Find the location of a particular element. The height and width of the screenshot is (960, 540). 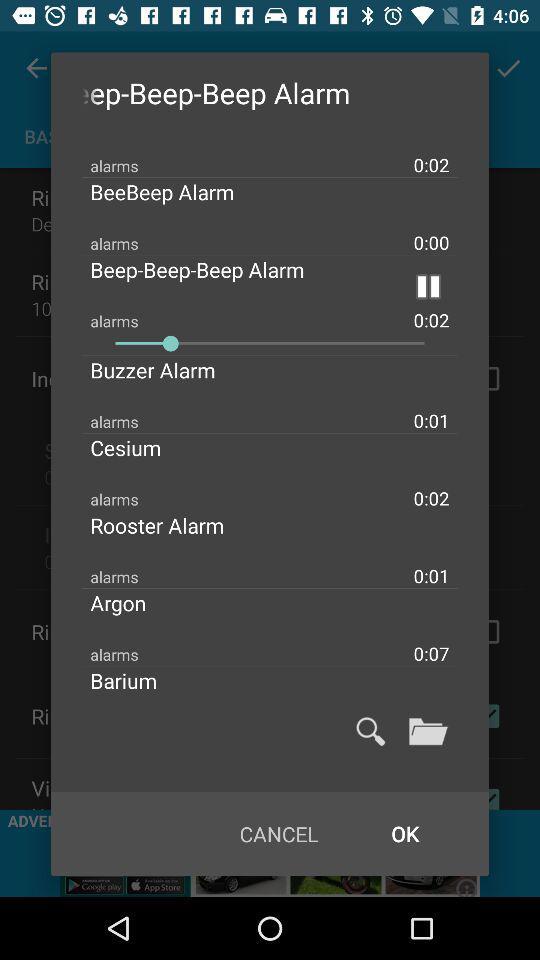

barium item is located at coordinates (139, 680).